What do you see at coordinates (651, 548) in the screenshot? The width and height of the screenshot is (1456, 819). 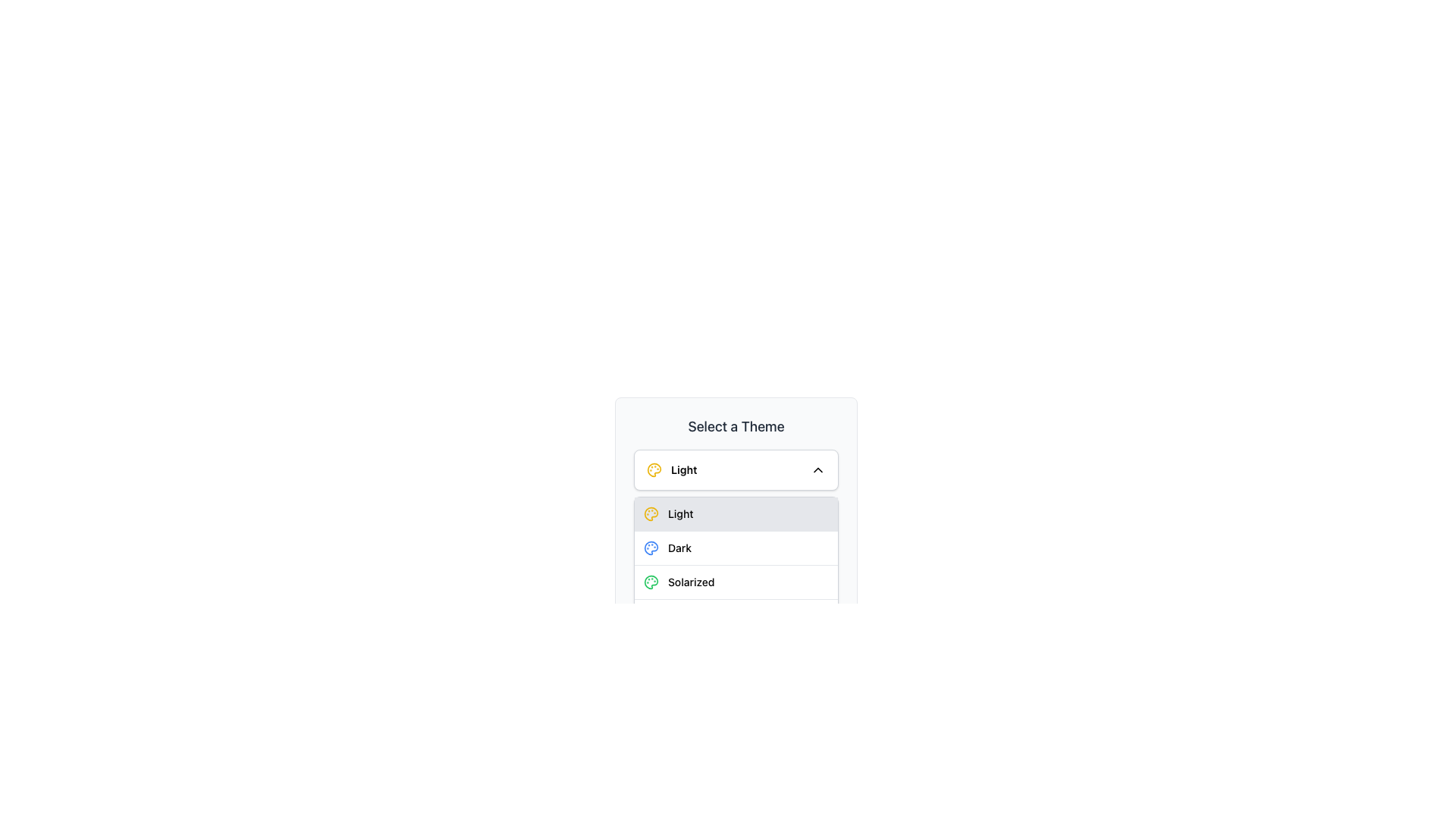 I see `the 'Dark' theme icon in the theme selection menu, which is positioned to the left of the 'Dark' text` at bounding box center [651, 548].